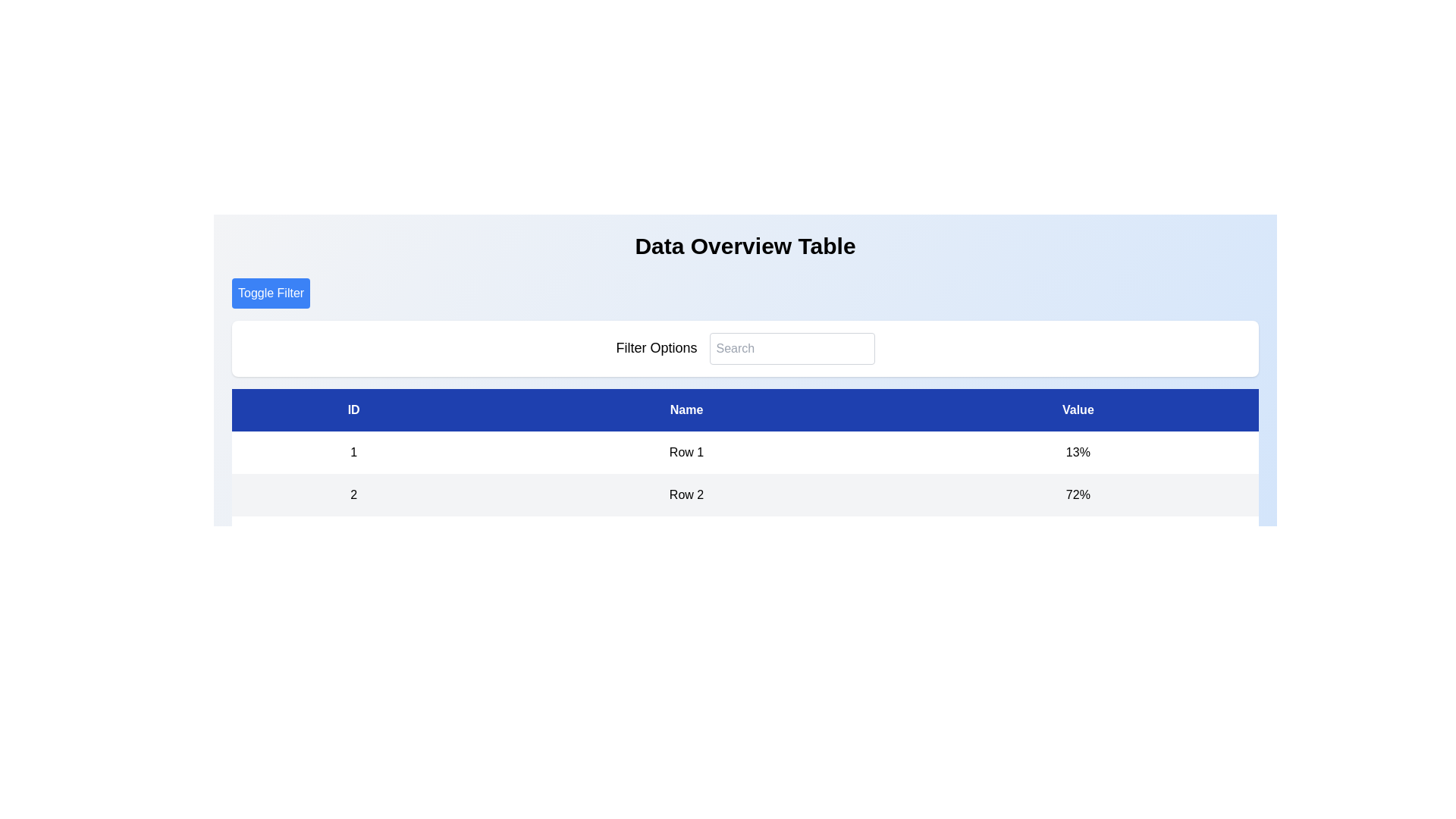  I want to click on the 'Toggle Filter' button to toggle the visibility of the filter options, so click(270, 293).